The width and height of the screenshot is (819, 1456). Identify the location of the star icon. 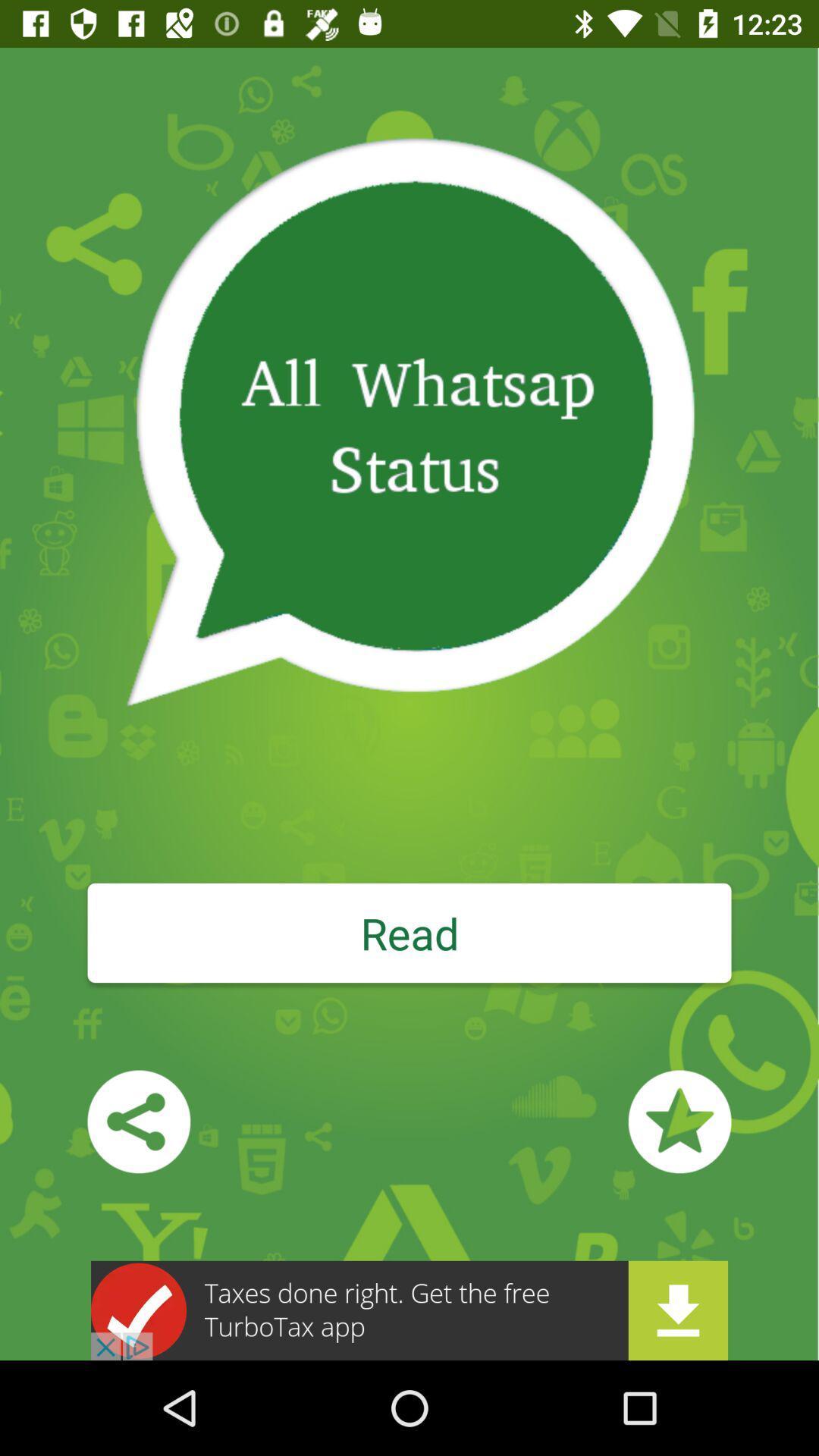
(679, 1122).